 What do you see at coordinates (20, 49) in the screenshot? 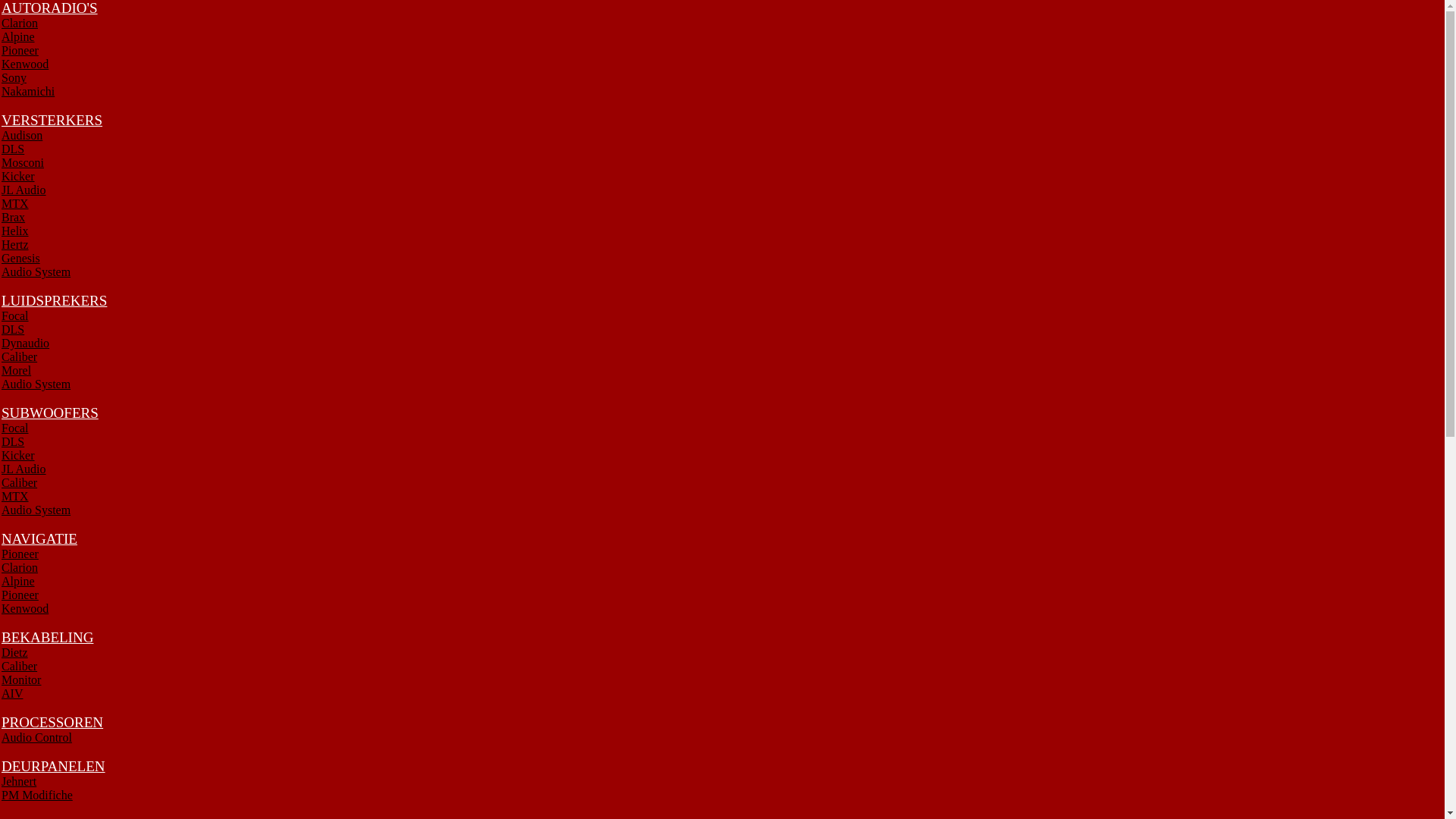
I see `'Pioneer'` at bounding box center [20, 49].